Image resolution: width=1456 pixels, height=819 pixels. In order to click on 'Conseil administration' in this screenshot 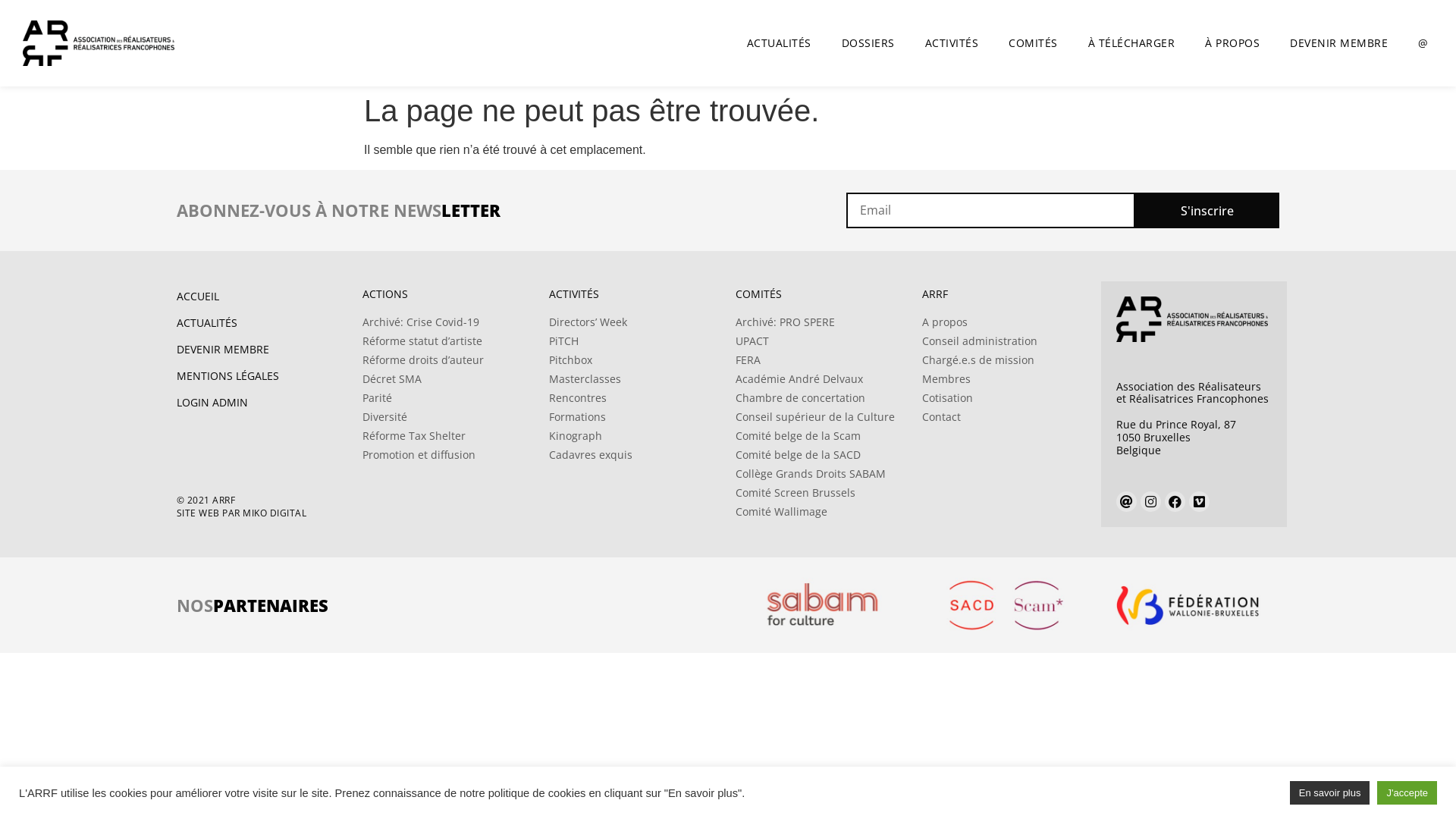, I will do `click(1008, 341)`.